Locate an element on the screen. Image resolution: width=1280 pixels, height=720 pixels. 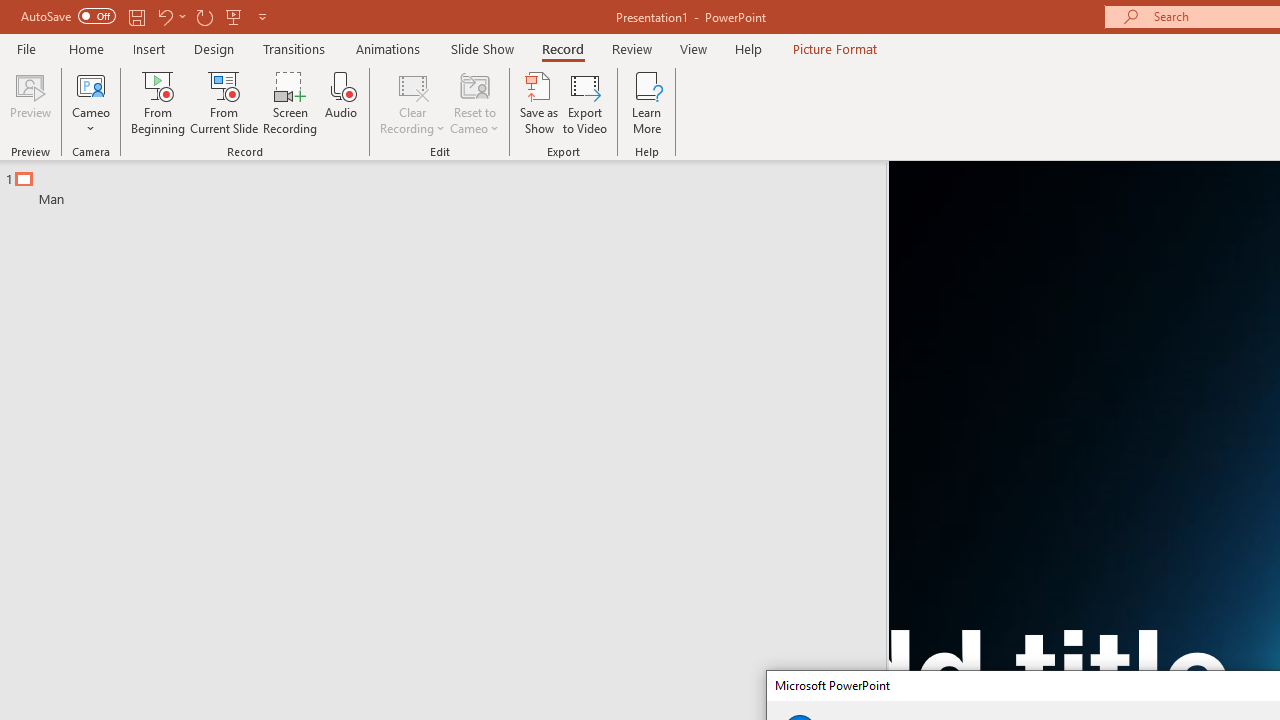
'Picture Format' is located at coordinates (835, 48).